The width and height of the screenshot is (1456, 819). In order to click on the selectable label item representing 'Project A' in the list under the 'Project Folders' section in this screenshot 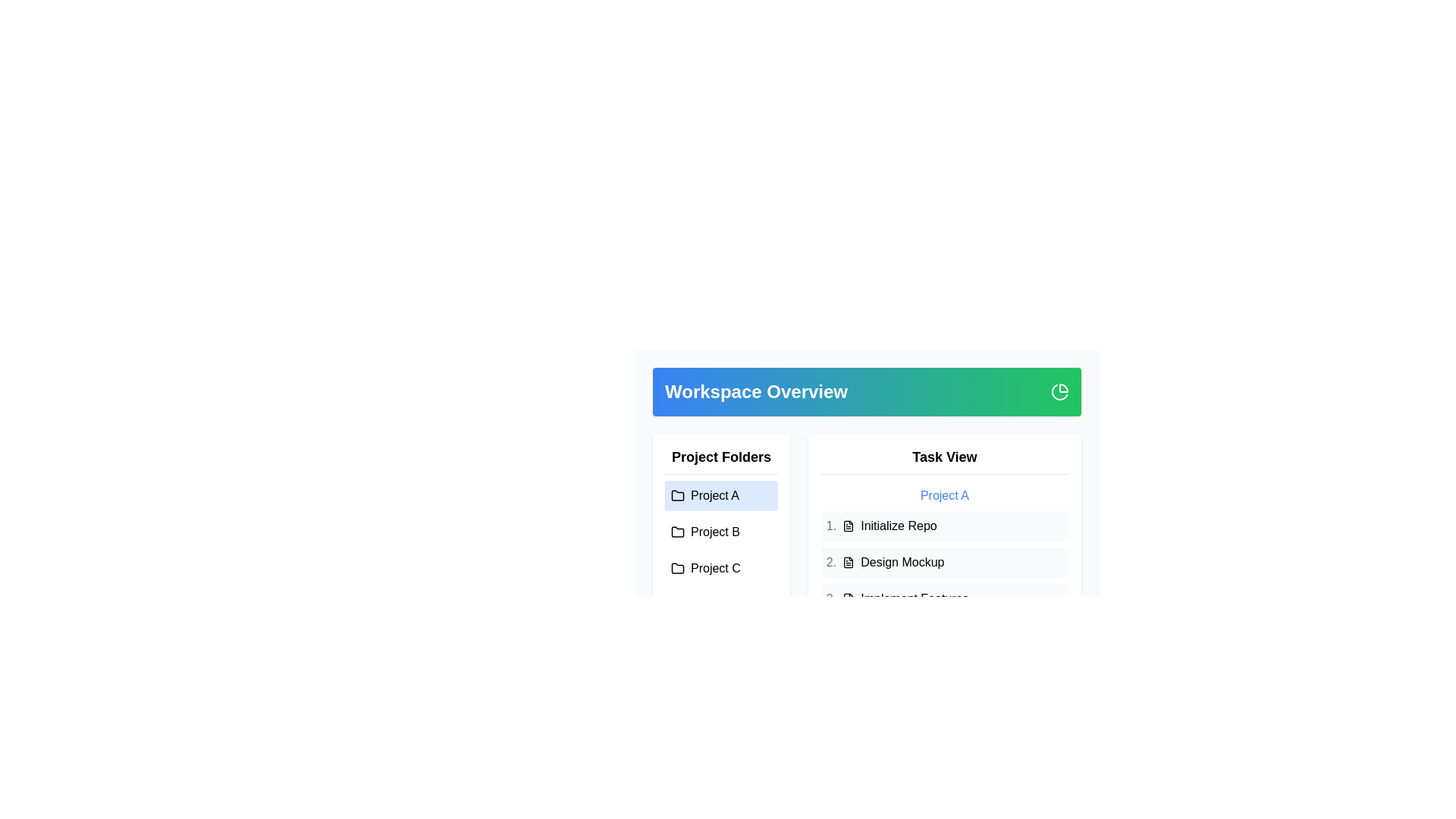, I will do `click(720, 496)`.